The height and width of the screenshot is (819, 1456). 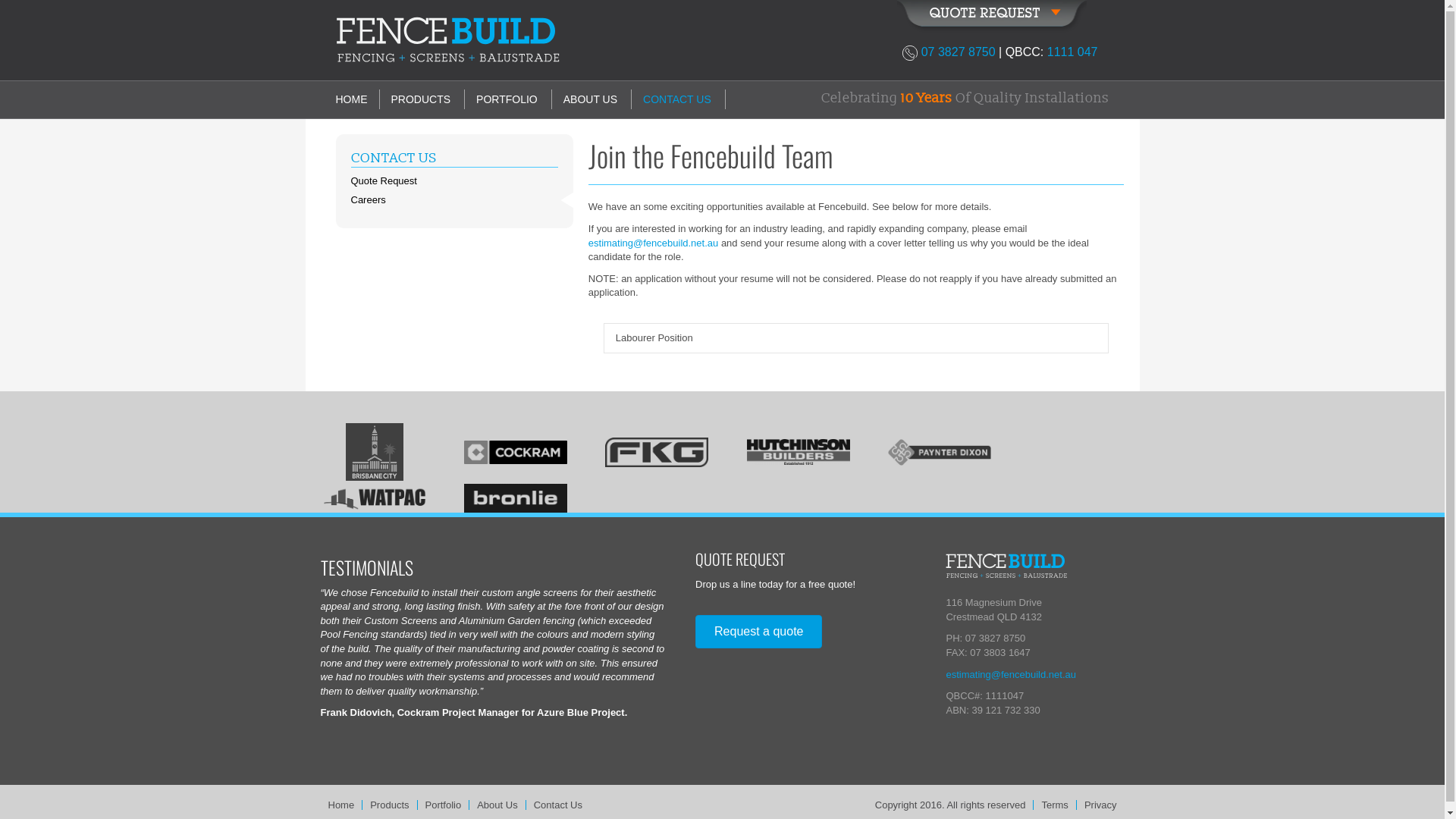 I want to click on '07 3827 8750', so click(x=920, y=51).